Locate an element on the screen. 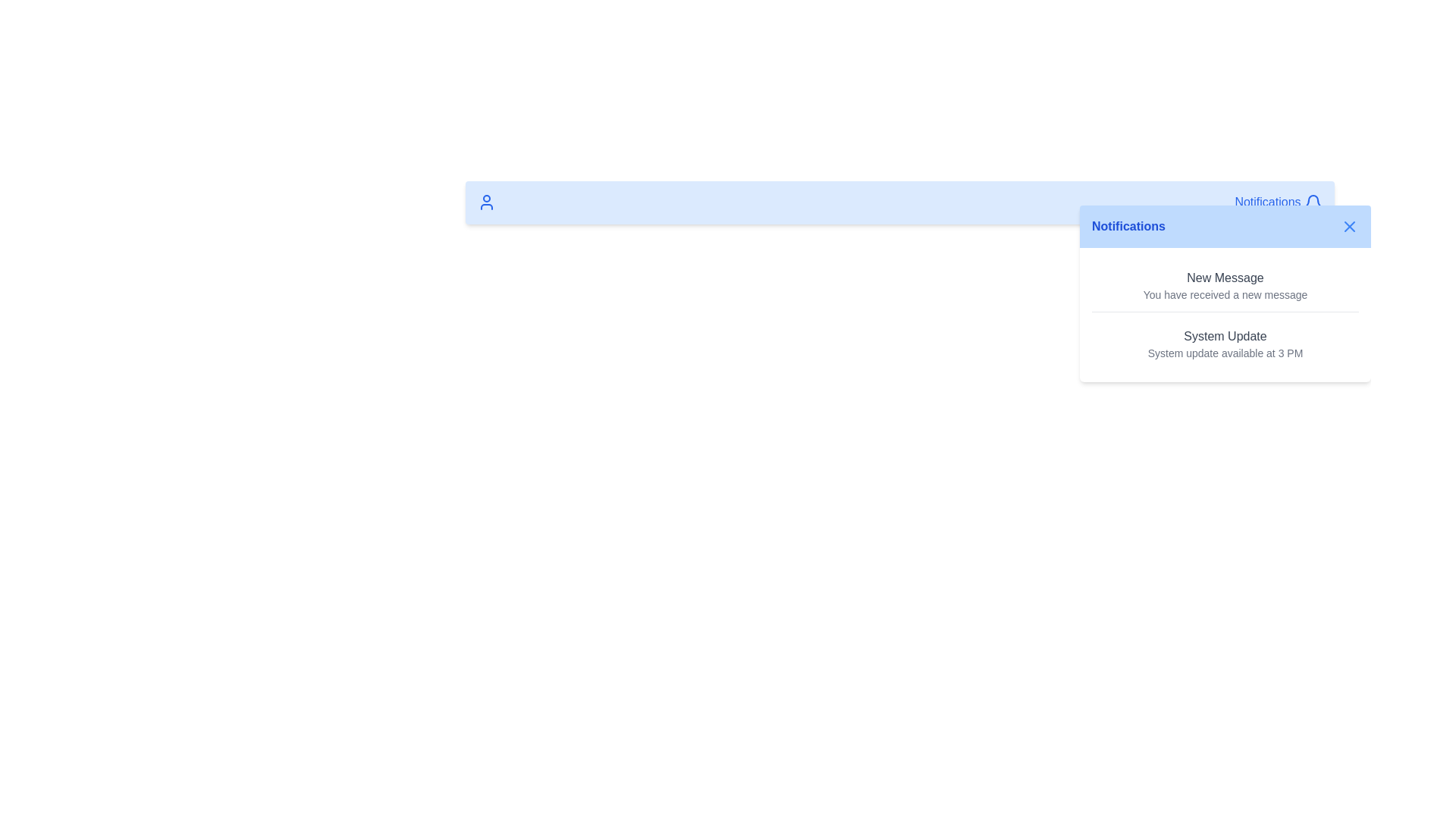 The image size is (1456, 819). the 'System Update' text label located at the top of the notification item in the notifications panel is located at coordinates (1225, 335).